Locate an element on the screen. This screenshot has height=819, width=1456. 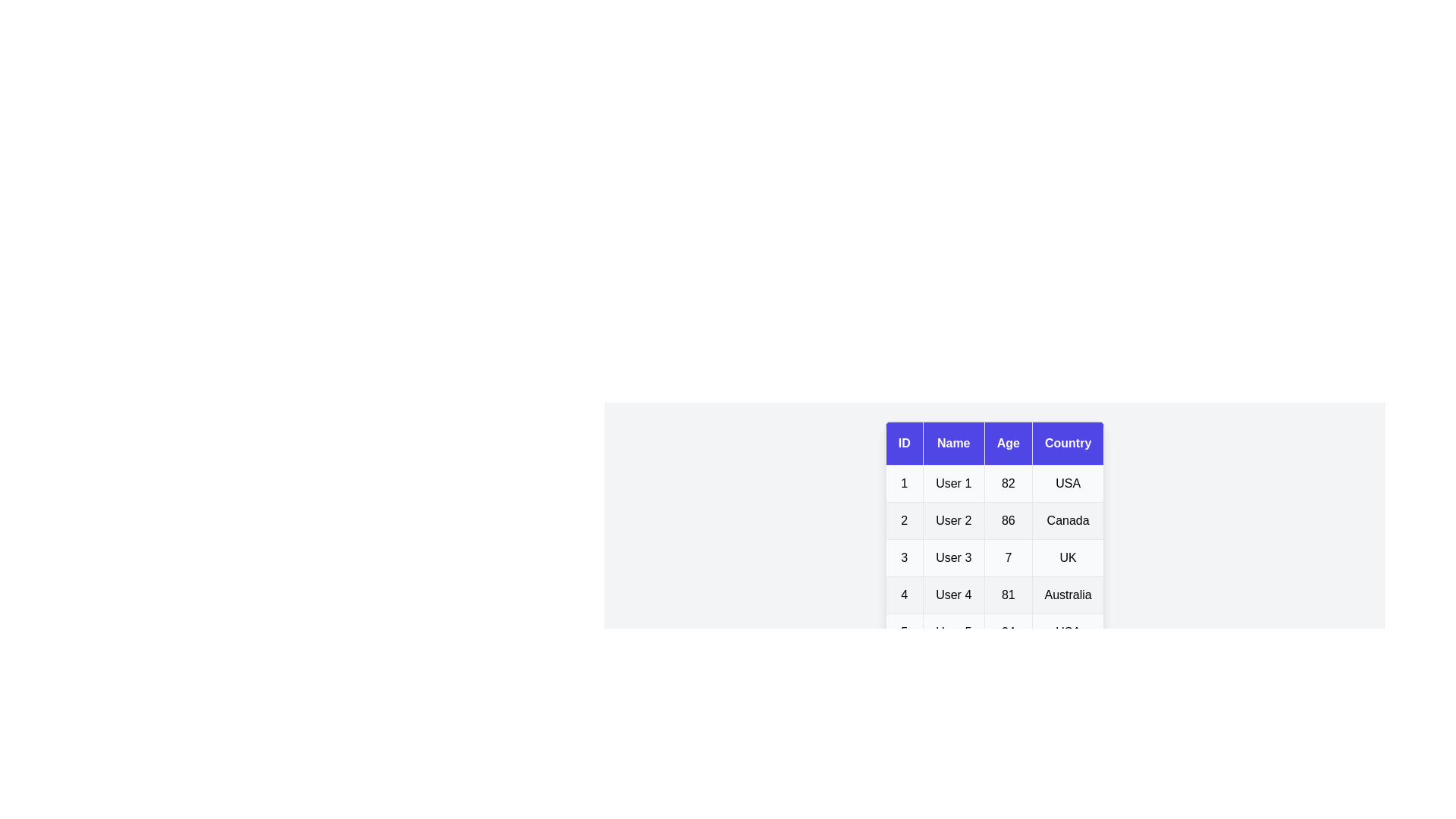
the Name header to sort the table is located at coordinates (952, 444).